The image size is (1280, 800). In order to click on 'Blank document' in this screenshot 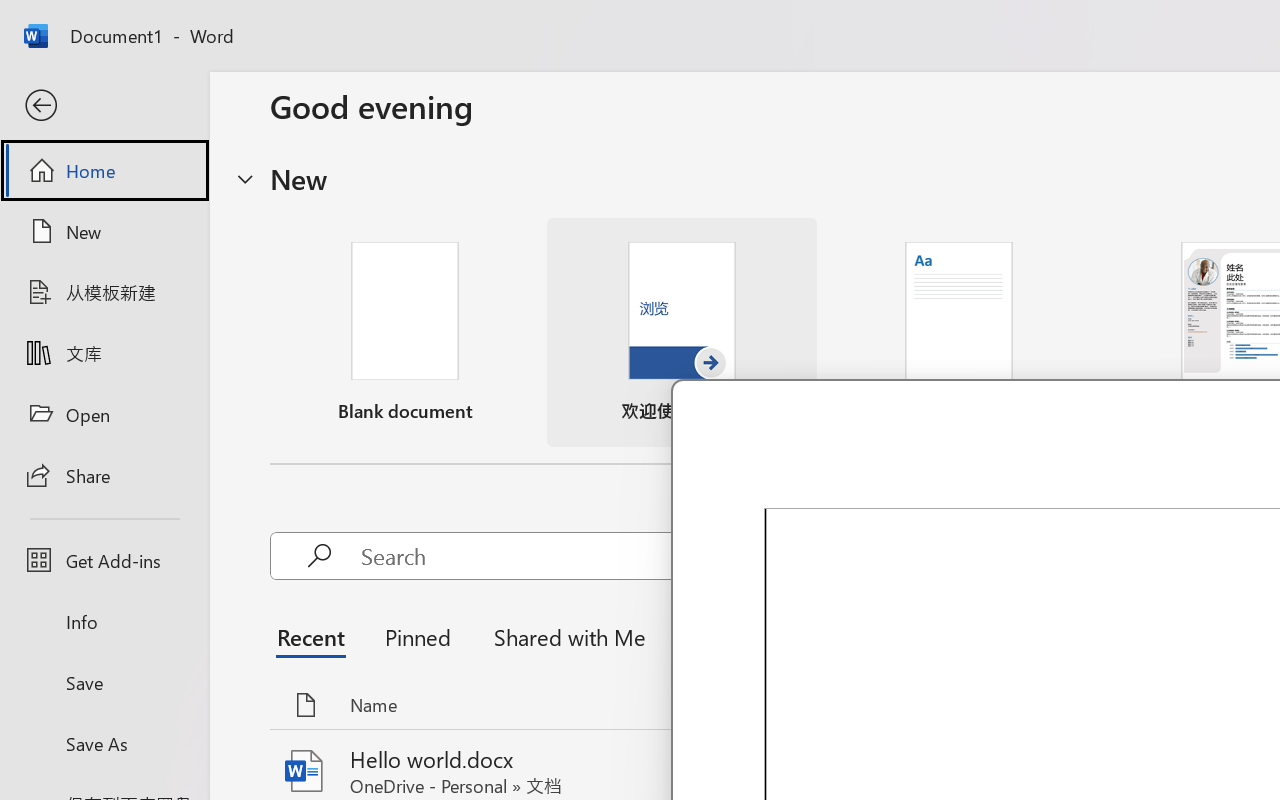, I will do `click(404, 331)`.